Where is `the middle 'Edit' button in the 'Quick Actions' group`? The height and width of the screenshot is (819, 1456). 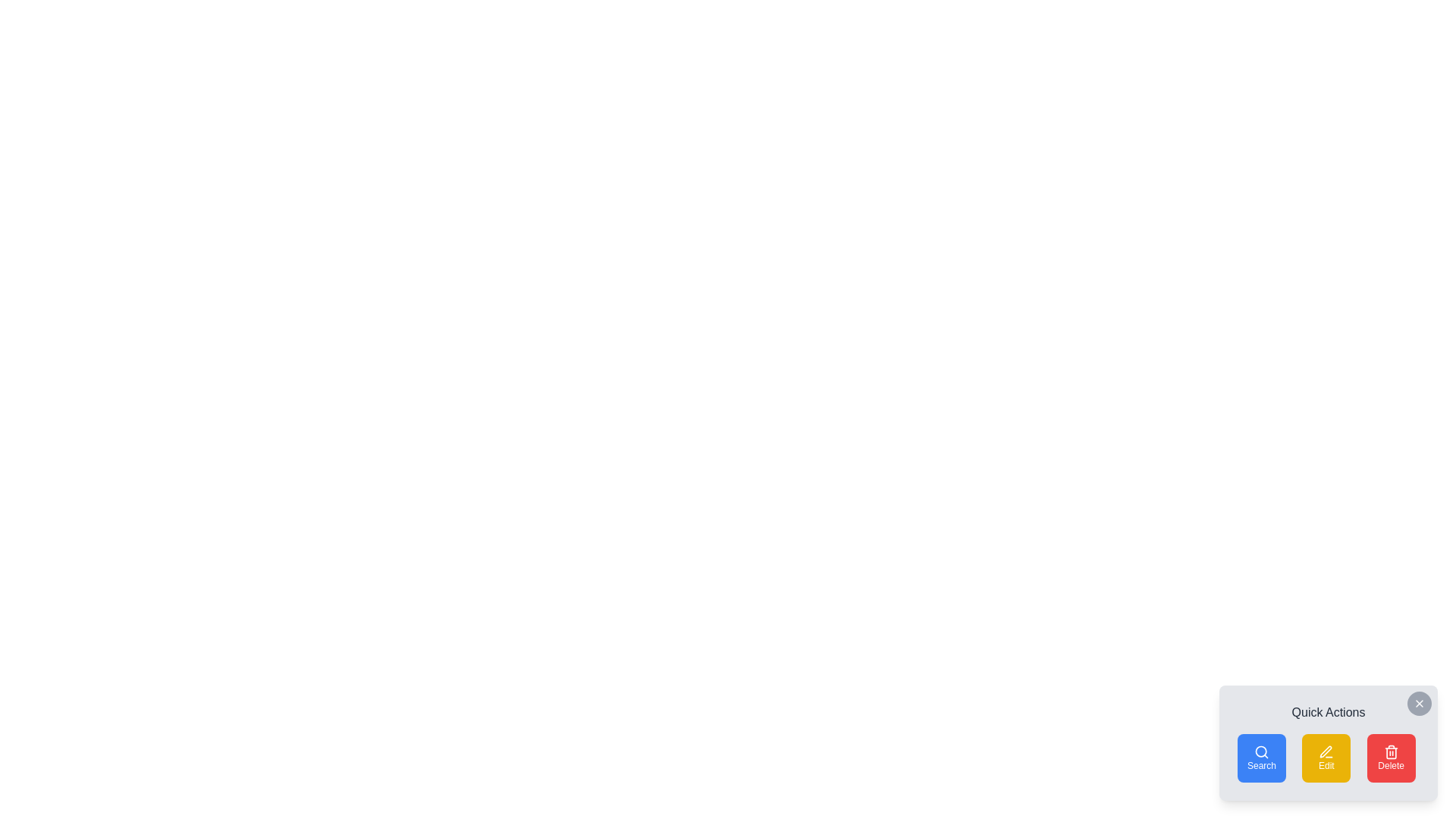 the middle 'Edit' button in the 'Quick Actions' group is located at coordinates (1326, 758).